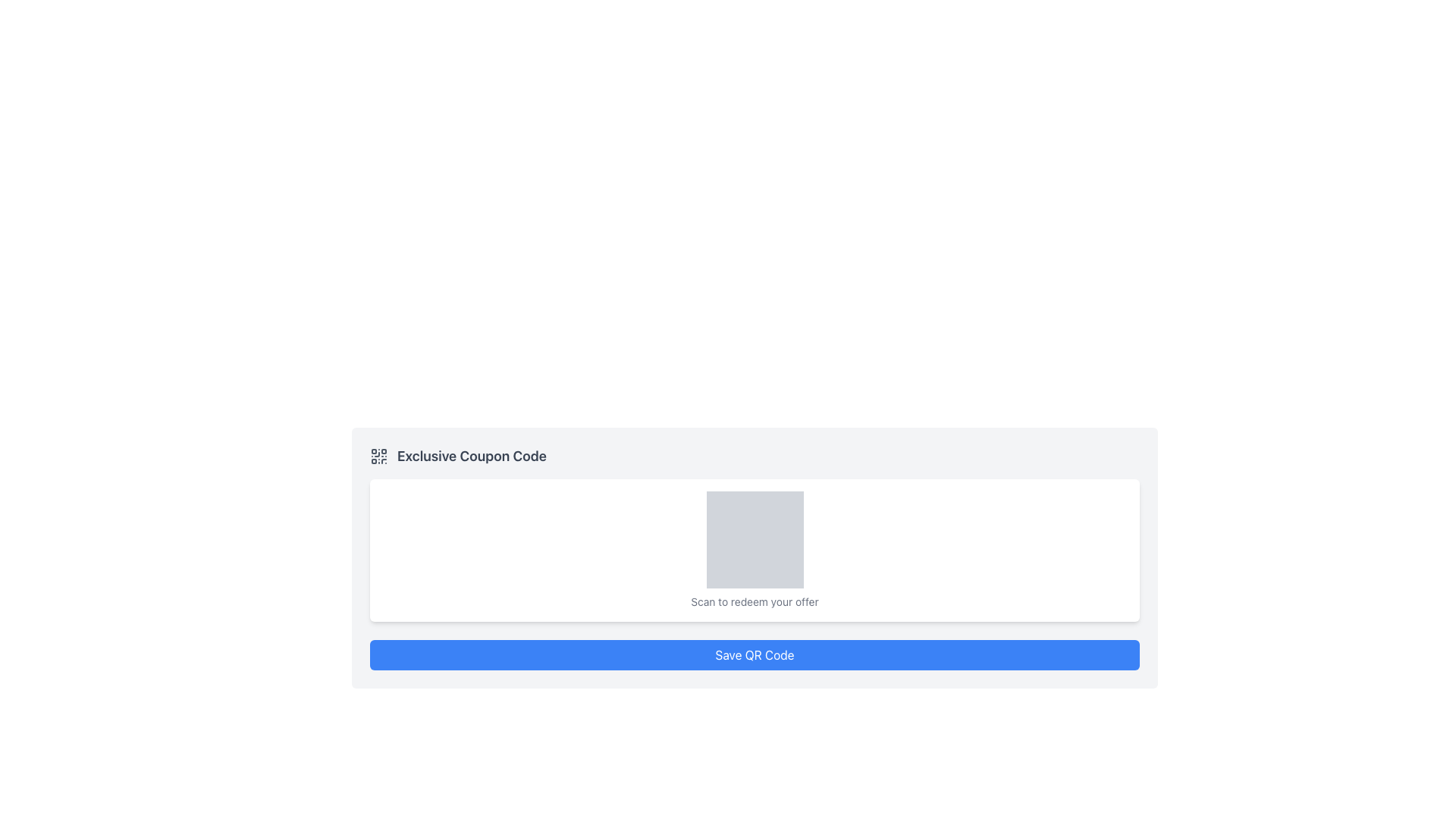  What do you see at coordinates (755, 654) in the screenshot?
I see `the 'Save QR Code' button, which is a prominent blue rectangular button with white text located at the bottom of a card layout` at bounding box center [755, 654].